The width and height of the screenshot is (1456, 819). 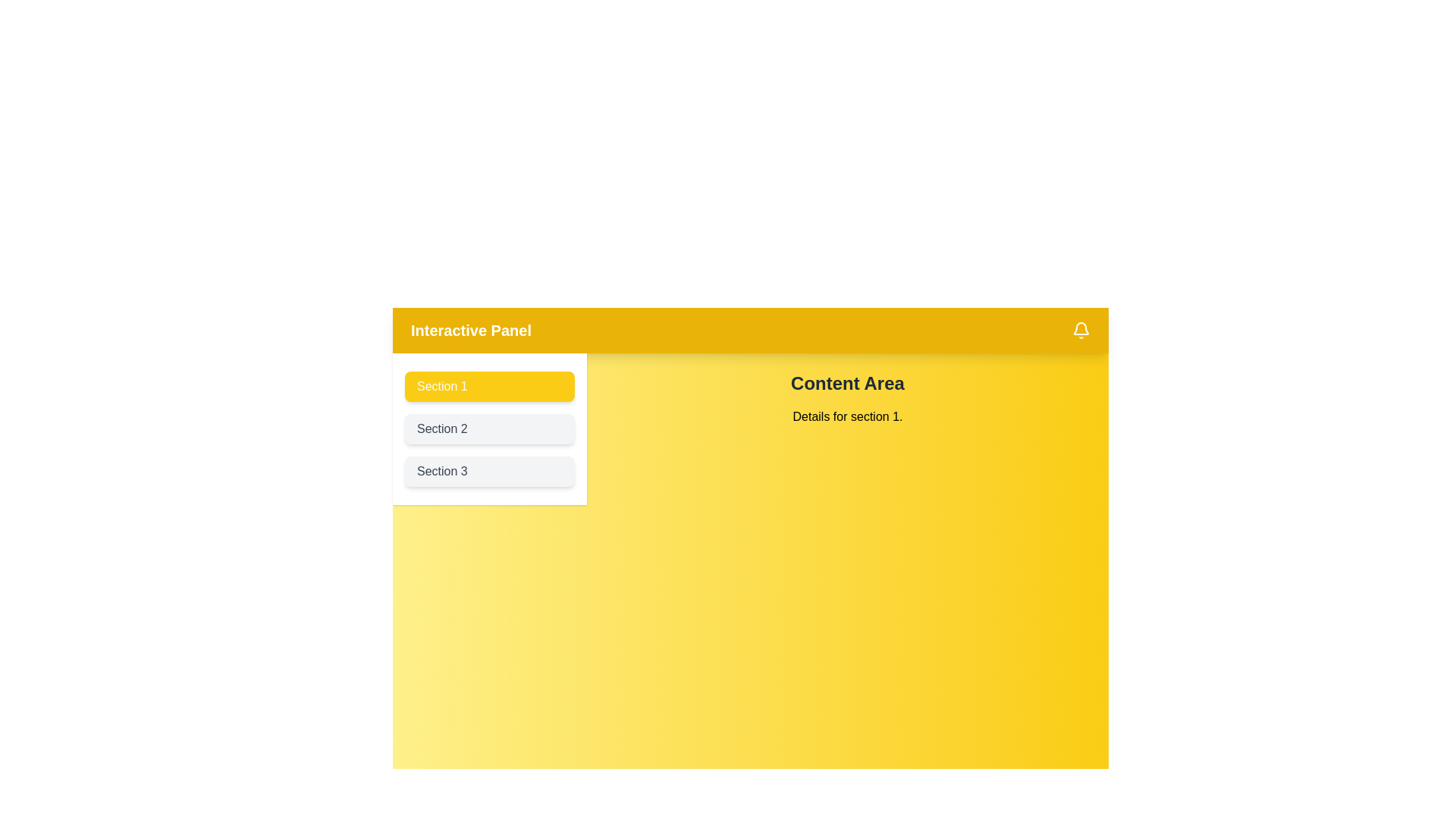 What do you see at coordinates (490, 429) in the screenshot?
I see `the 'Section 2' button` at bounding box center [490, 429].